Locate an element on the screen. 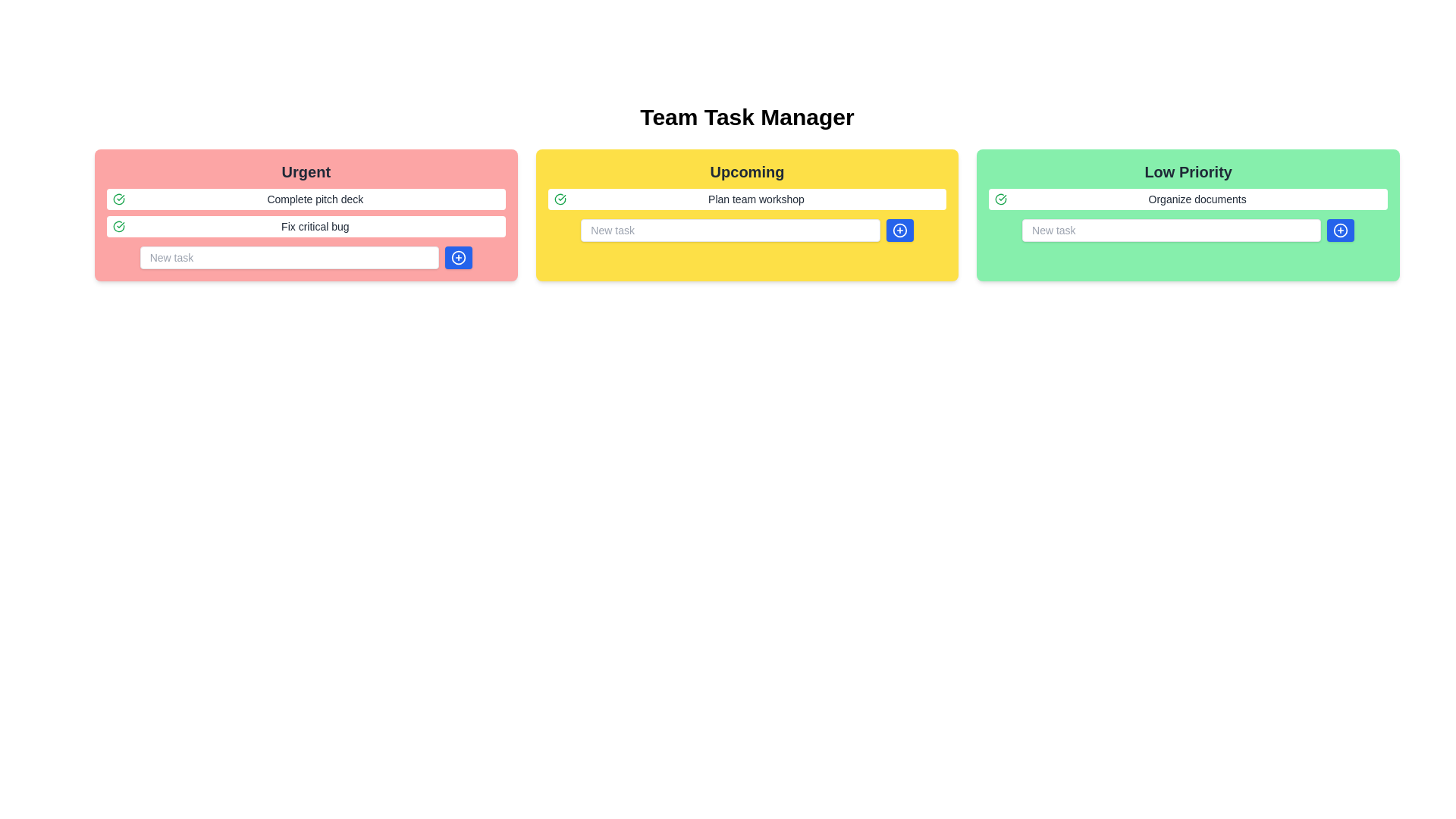  the green checkmark icon in the top-left corner of the 'Urgent' task card is located at coordinates (118, 227).